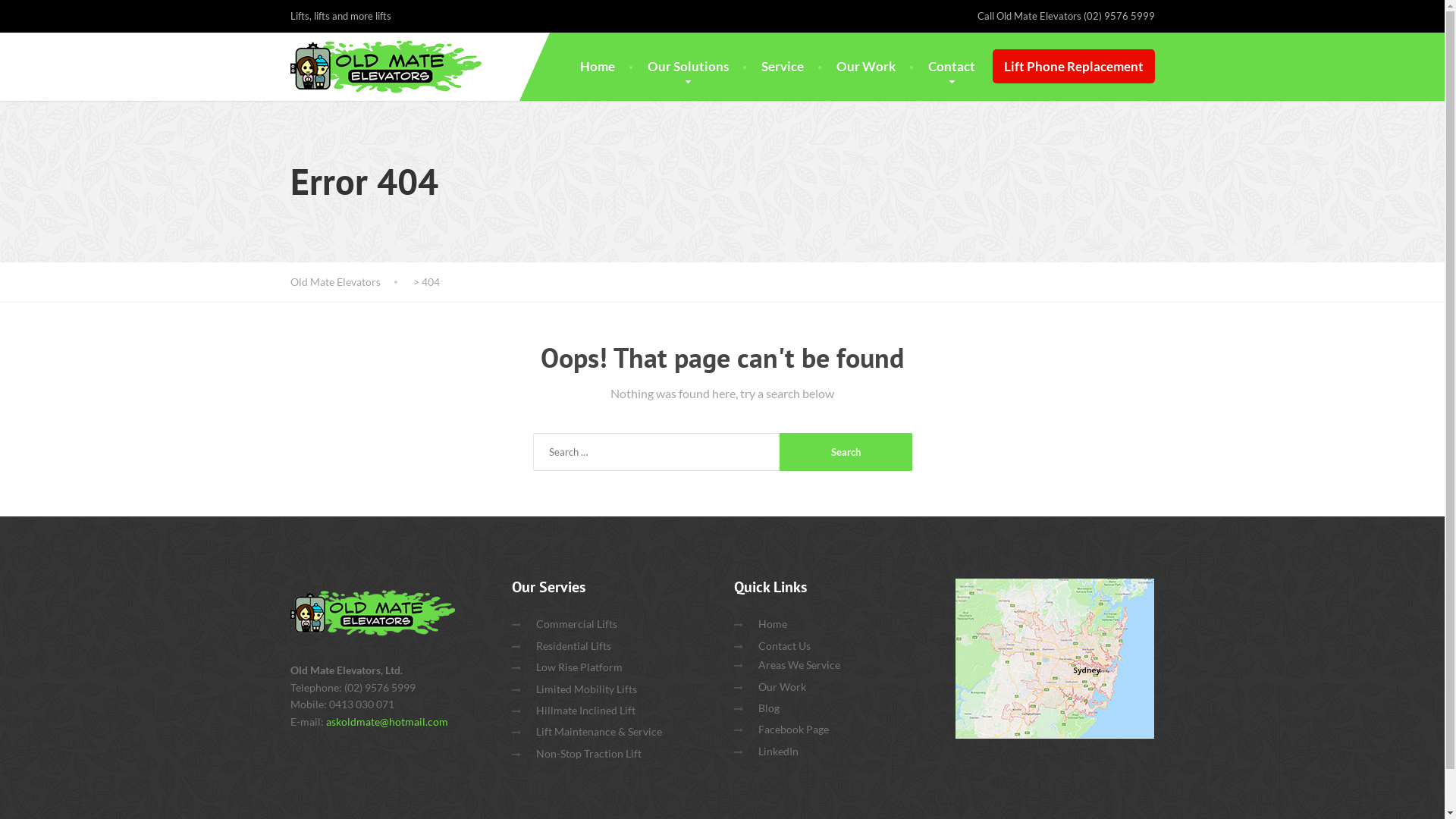 This screenshot has width=1456, height=819. Describe the element at coordinates (585, 711) in the screenshot. I see `'Hillmate Inclined Lift'` at that location.